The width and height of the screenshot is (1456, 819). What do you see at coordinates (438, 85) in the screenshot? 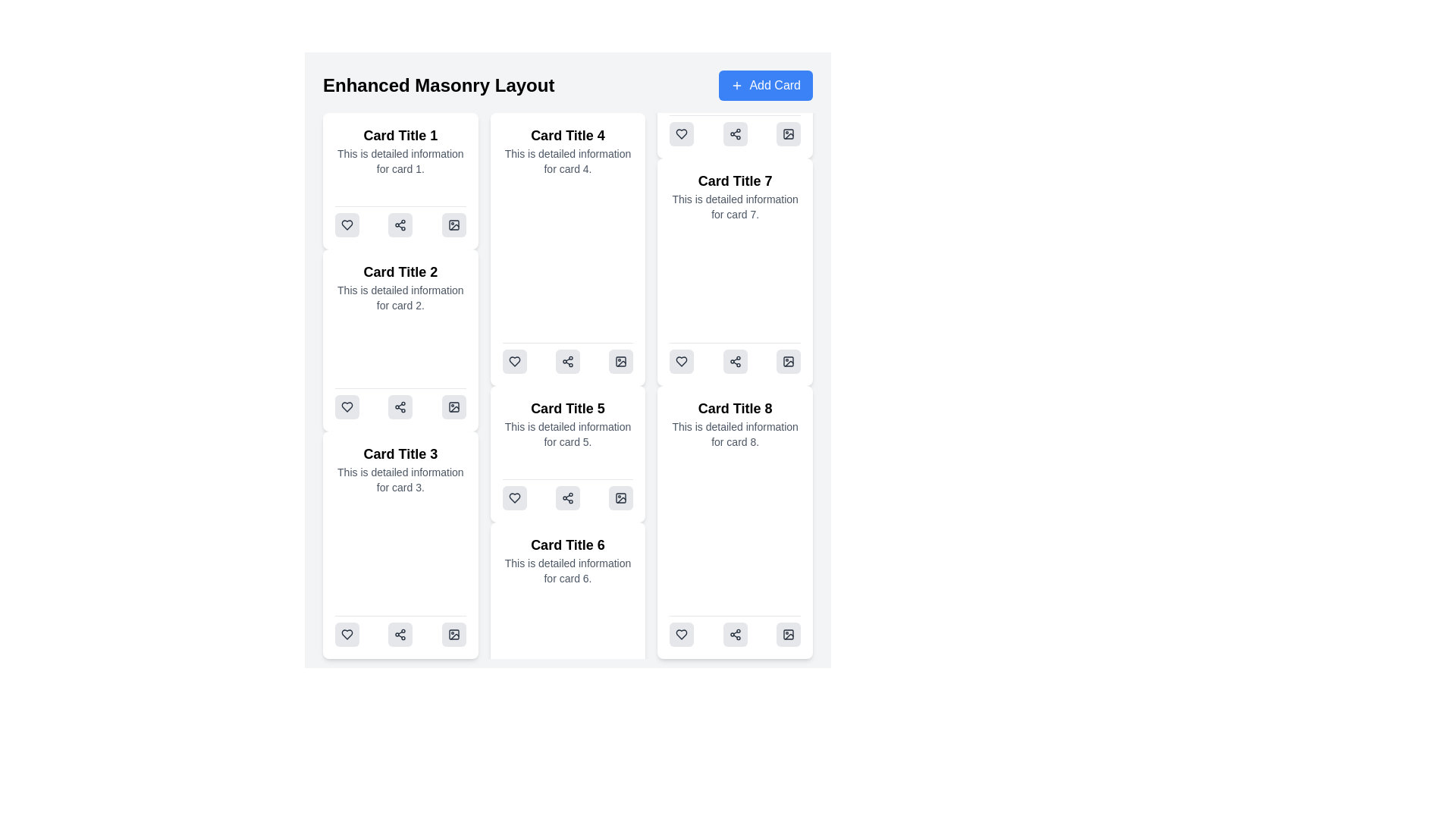
I see `the bold text label 'Enhanced Masonry Layout' located at the top-left of the interface` at bounding box center [438, 85].